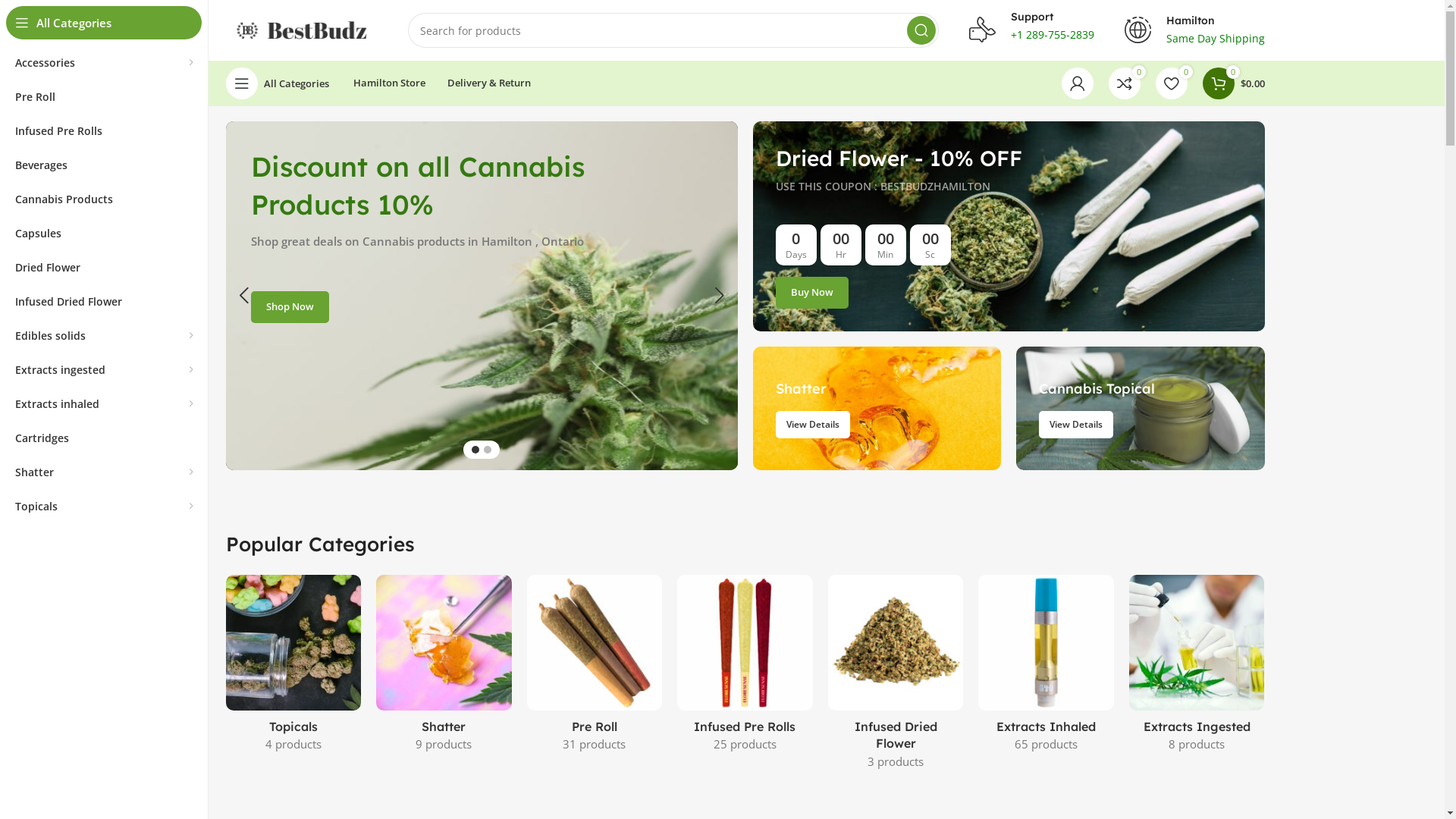 The width and height of the screenshot is (1456, 819). Describe the element at coordinates (344, 83) in the screenshot. I see `'Hamilton Store'` at that location.